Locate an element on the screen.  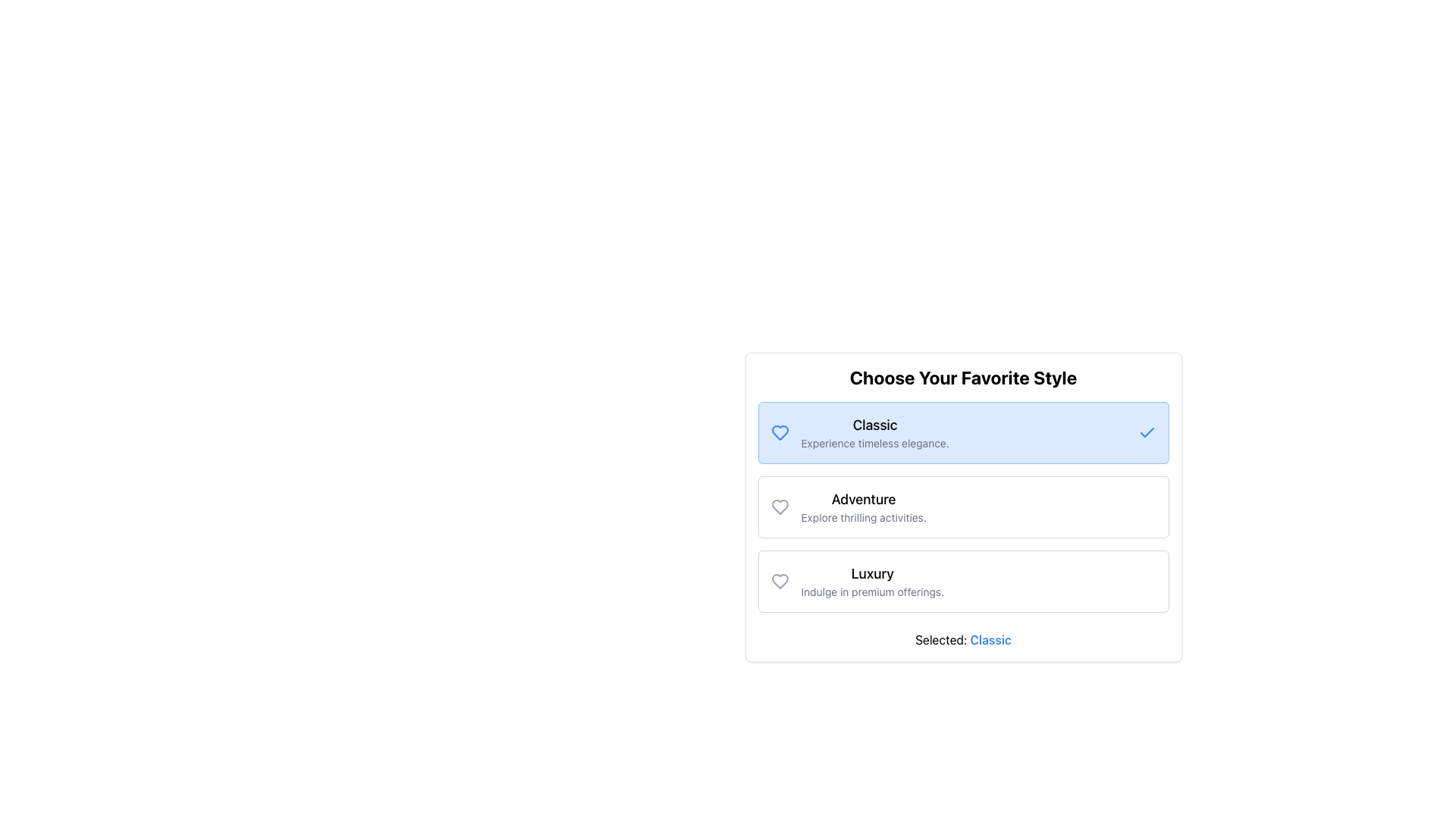
the surrounding selection area to choose the 'Classic' option in the style selection menu, identified by its title text label positioned at the top of the list under 'Choose Your Favorite Style' is located at coordinates (875, 425).